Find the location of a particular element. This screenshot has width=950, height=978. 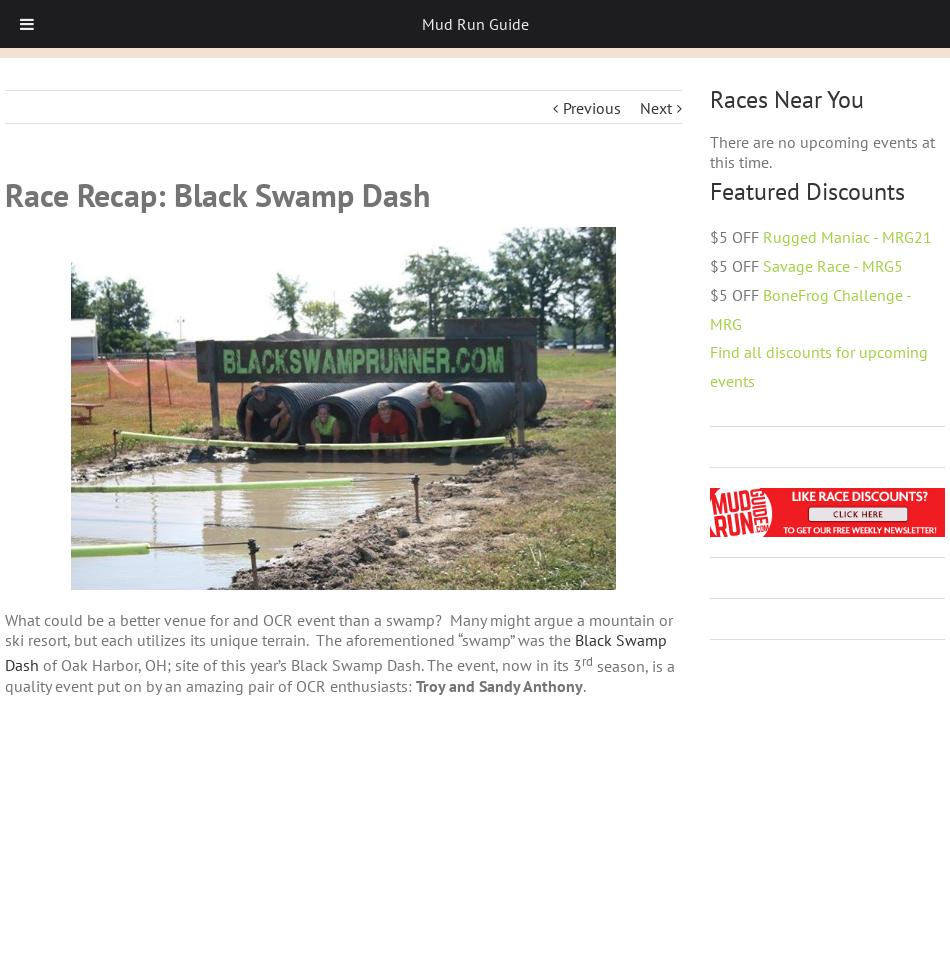

'Rugged Maniac - MRG21' is located at coordinates (762, 236).